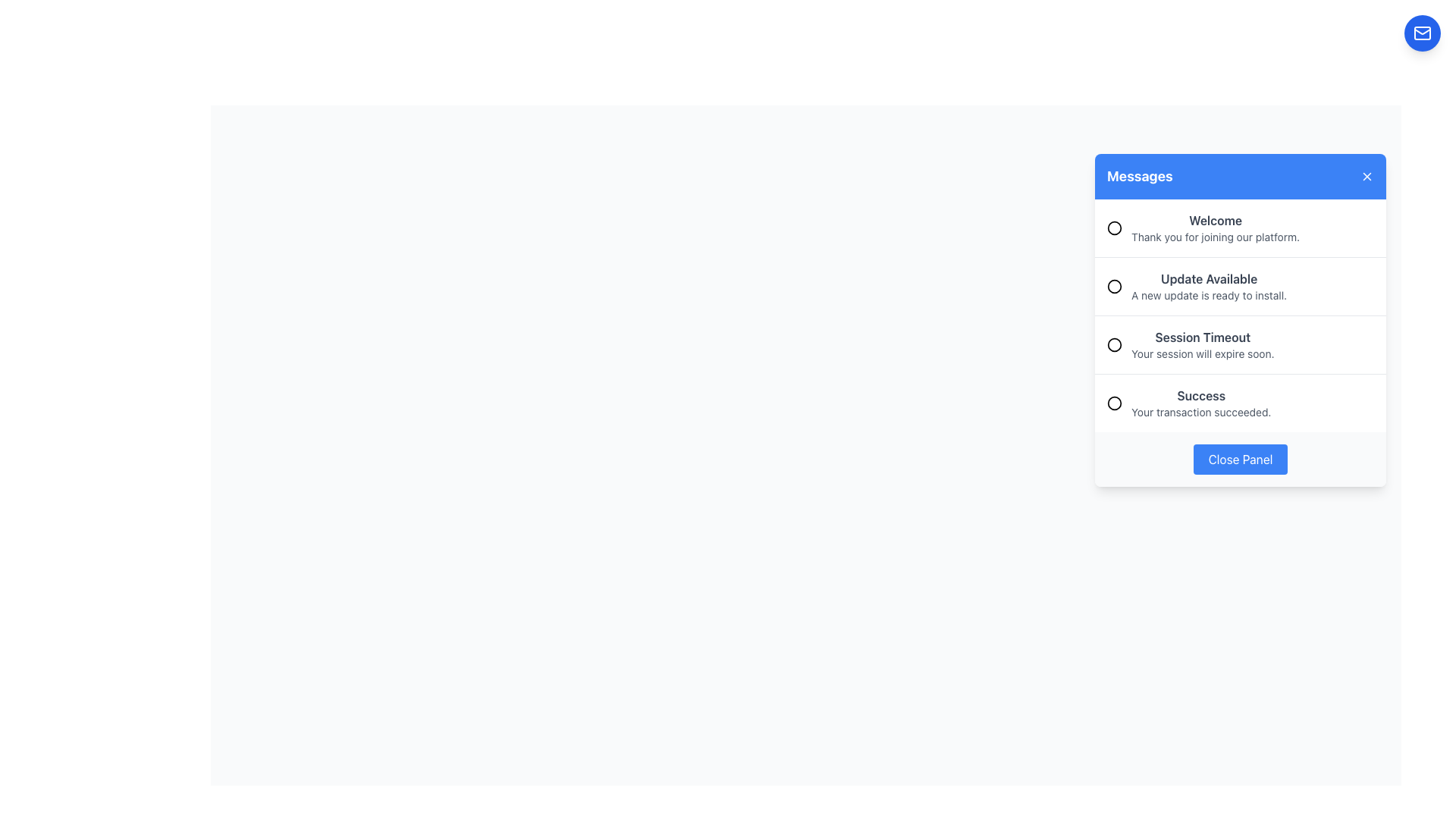 This screenshot has height=819, width=1456. Describe the element at coordinates (1114, 287) in the screenshot. I see `the circular blue icon with a thin border located to the left of the 'Update Available' text in the second entry of the 'Messages' panel` at that location.